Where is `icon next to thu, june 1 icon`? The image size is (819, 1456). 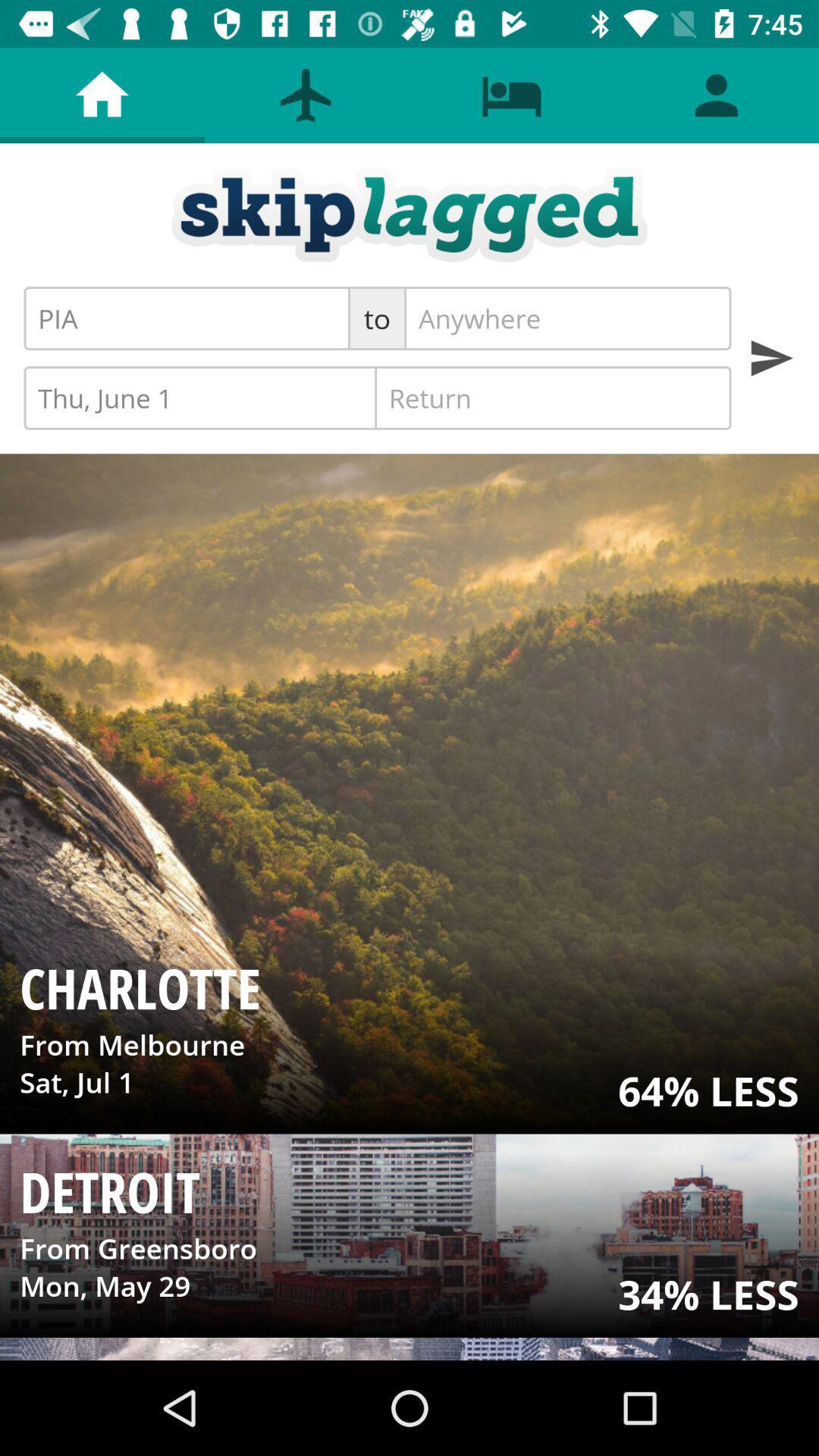
icon next to thu, june 1 icon is located at coordinates (553, 397).